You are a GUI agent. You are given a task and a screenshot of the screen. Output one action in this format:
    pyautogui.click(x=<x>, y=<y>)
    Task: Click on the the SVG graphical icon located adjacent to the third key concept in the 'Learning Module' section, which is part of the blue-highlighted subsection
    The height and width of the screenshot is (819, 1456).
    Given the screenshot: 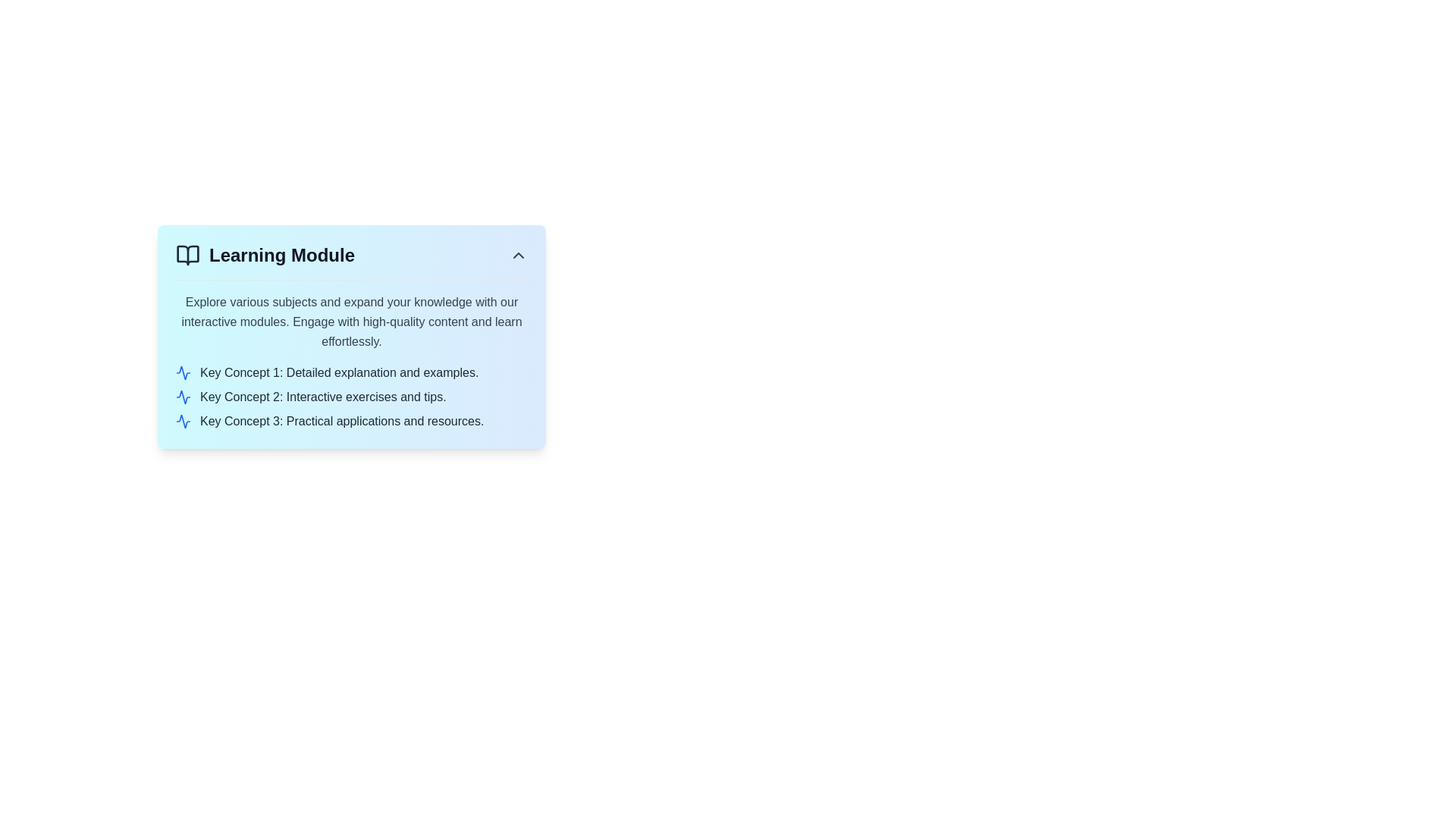 What is the action you would take?
    pyautogui.click(x=182, y=421)
    